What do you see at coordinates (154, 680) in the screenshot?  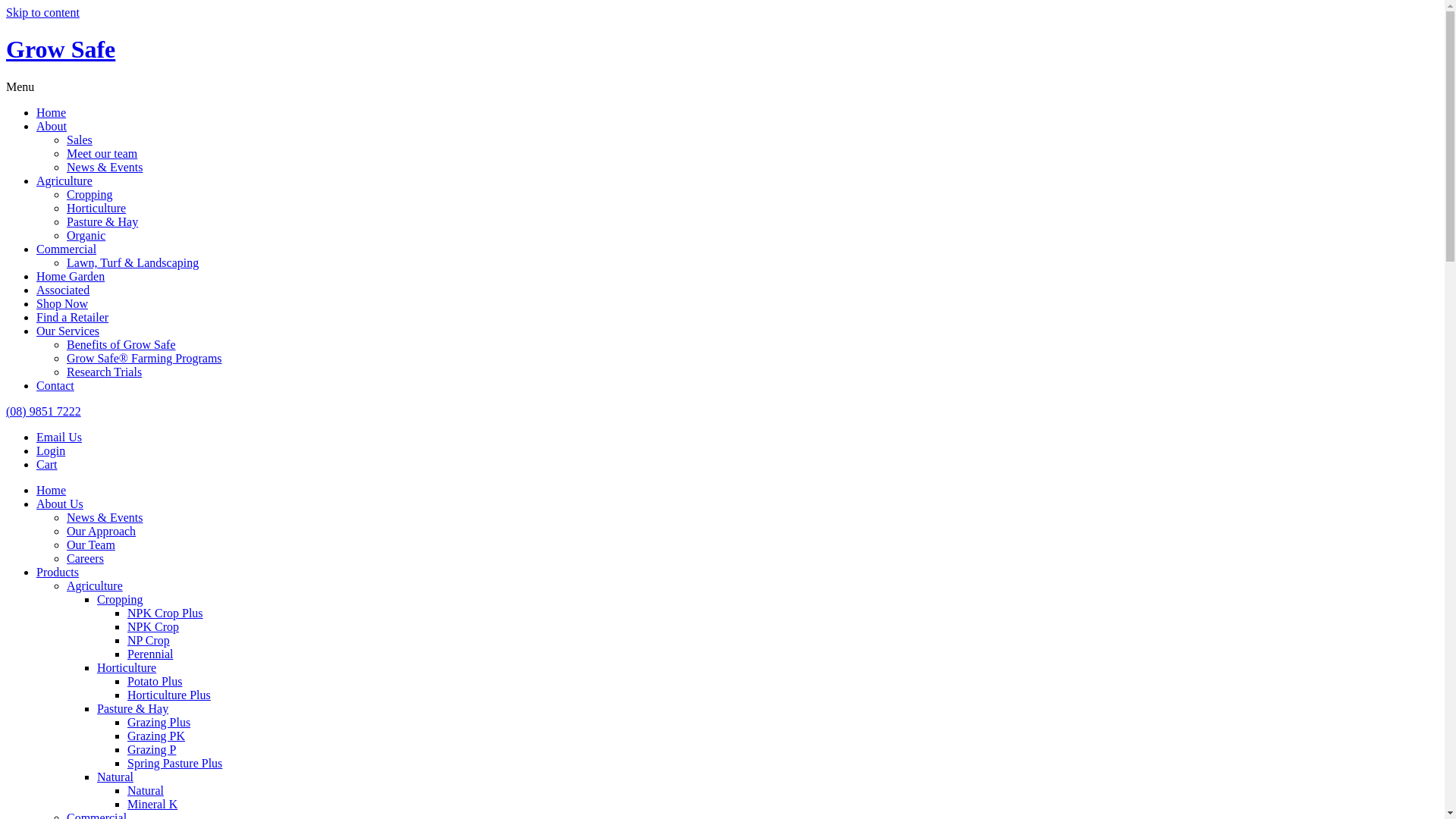 I see `'Potato Plus'` at bounding box center [154, 680].